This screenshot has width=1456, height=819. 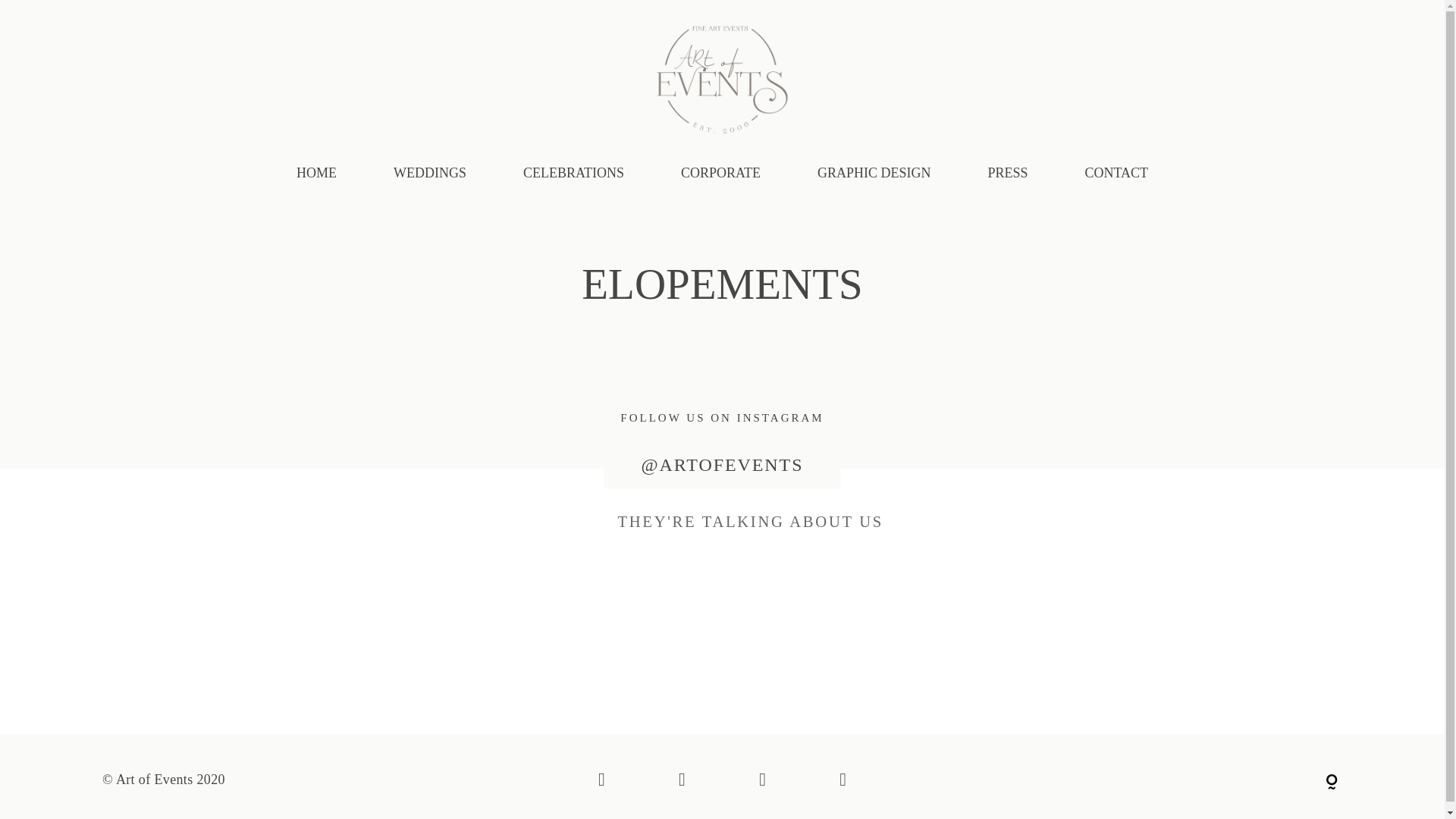 I want to click on 'PRESS', so click(x=1007, y=172).